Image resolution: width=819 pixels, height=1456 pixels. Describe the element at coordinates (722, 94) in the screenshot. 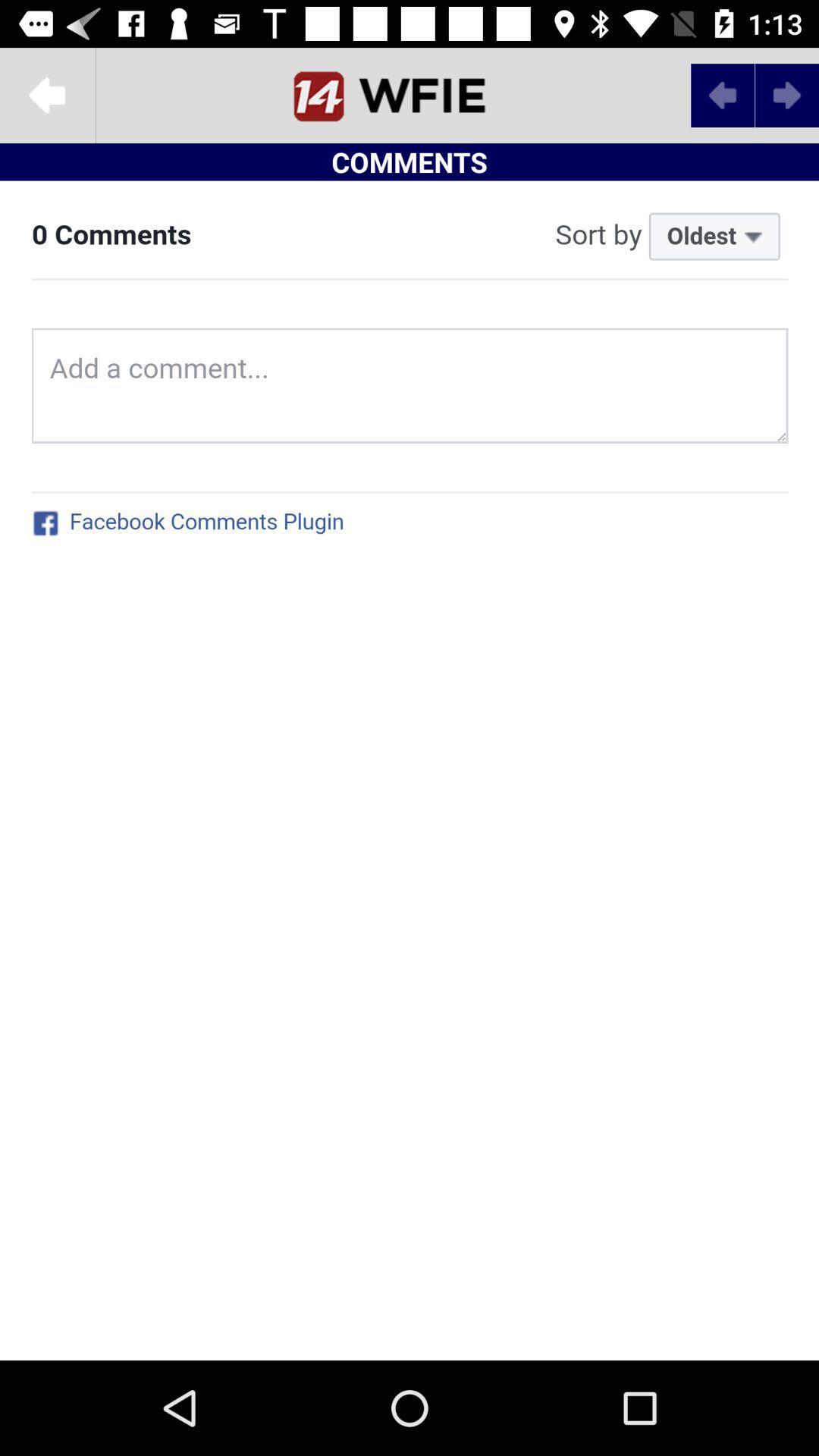

I see `the arrow_backward icon` at that location.